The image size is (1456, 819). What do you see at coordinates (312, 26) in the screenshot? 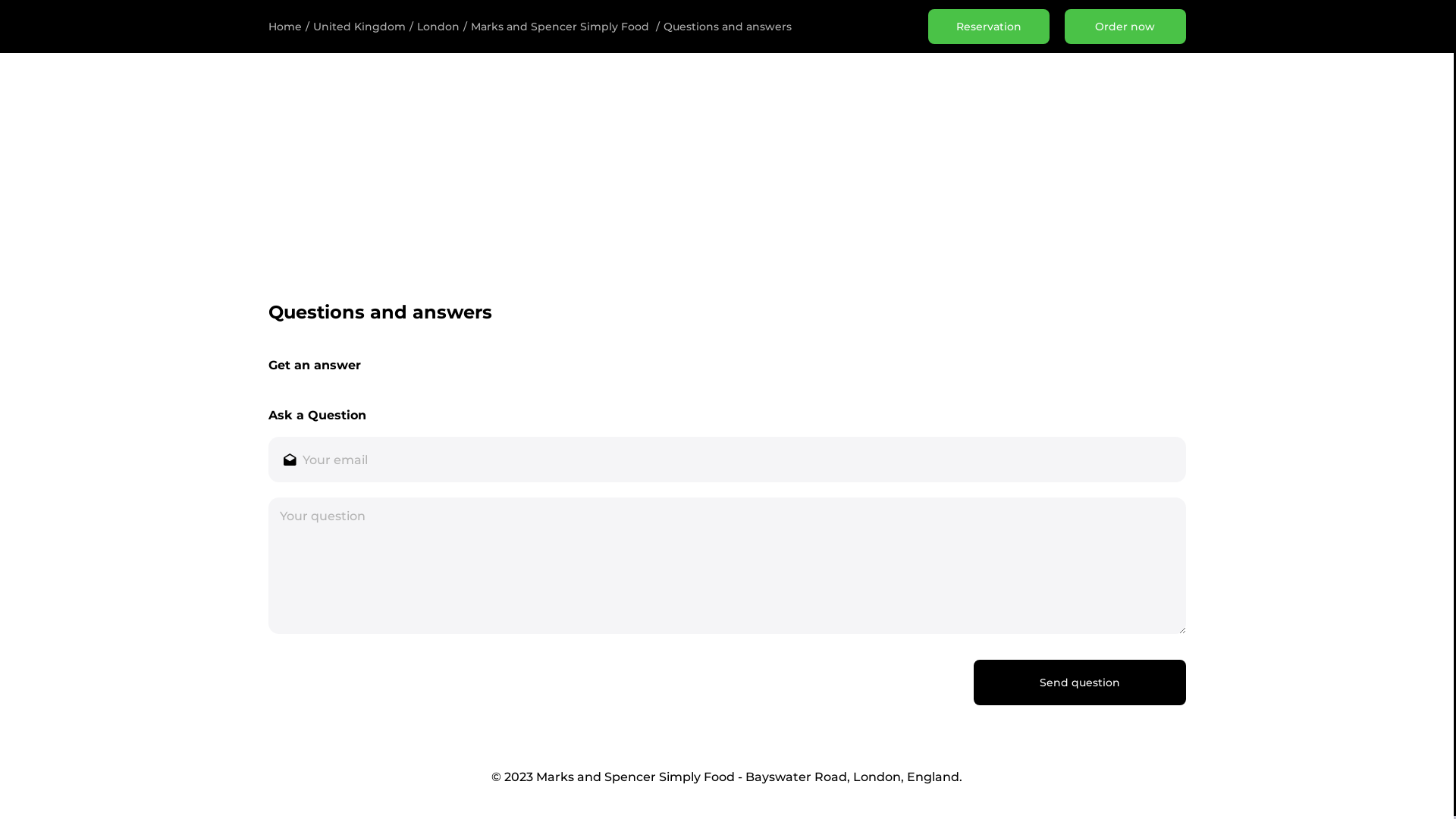
I see `'United Kingdom'` at bounding box center [312, 26].